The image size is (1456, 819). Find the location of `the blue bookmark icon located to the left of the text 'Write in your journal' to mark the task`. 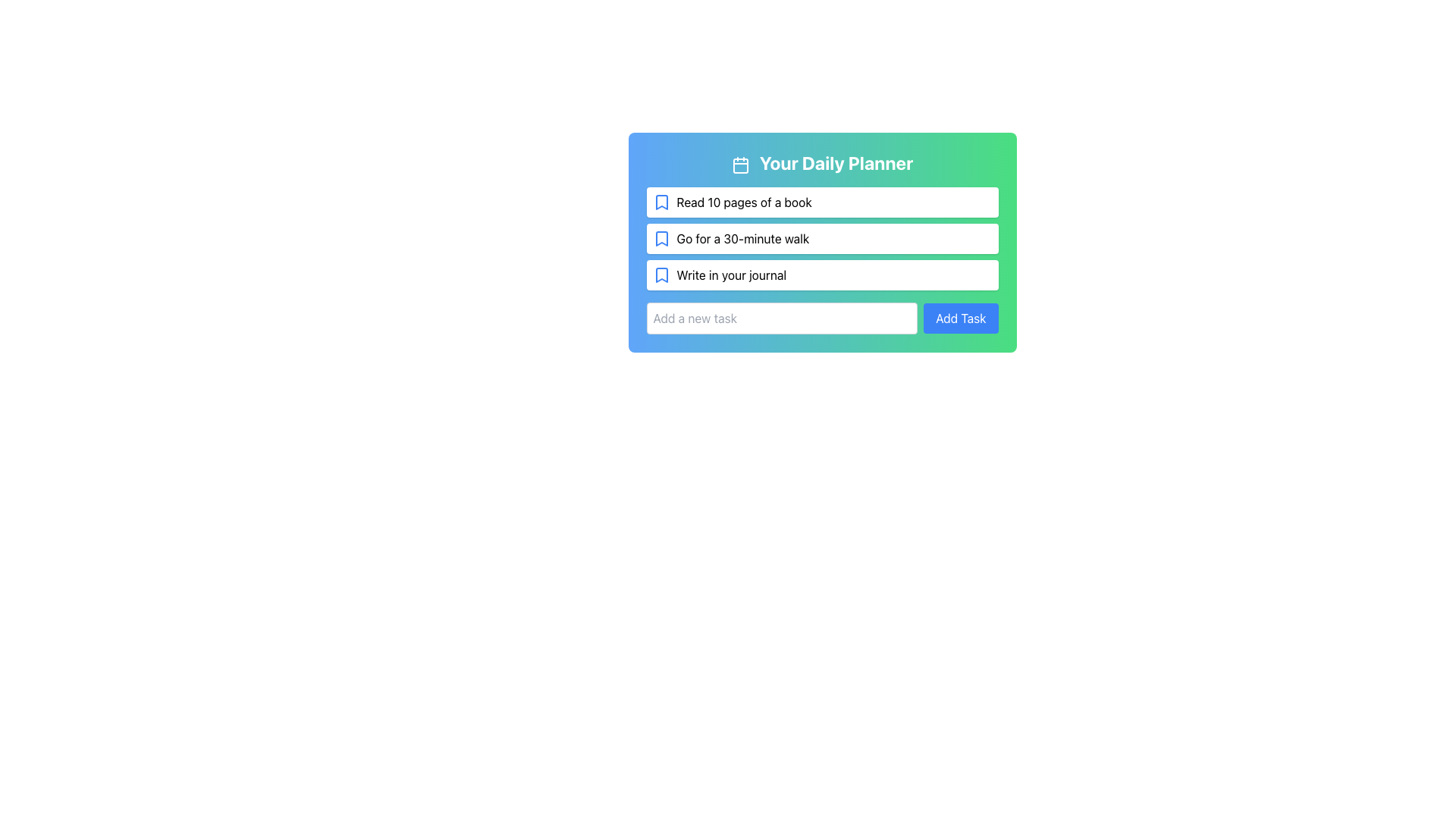

the blue bookmark icon located to the left of the text 'Write in your journal' to mark the task is located at coordinates (661, 275).